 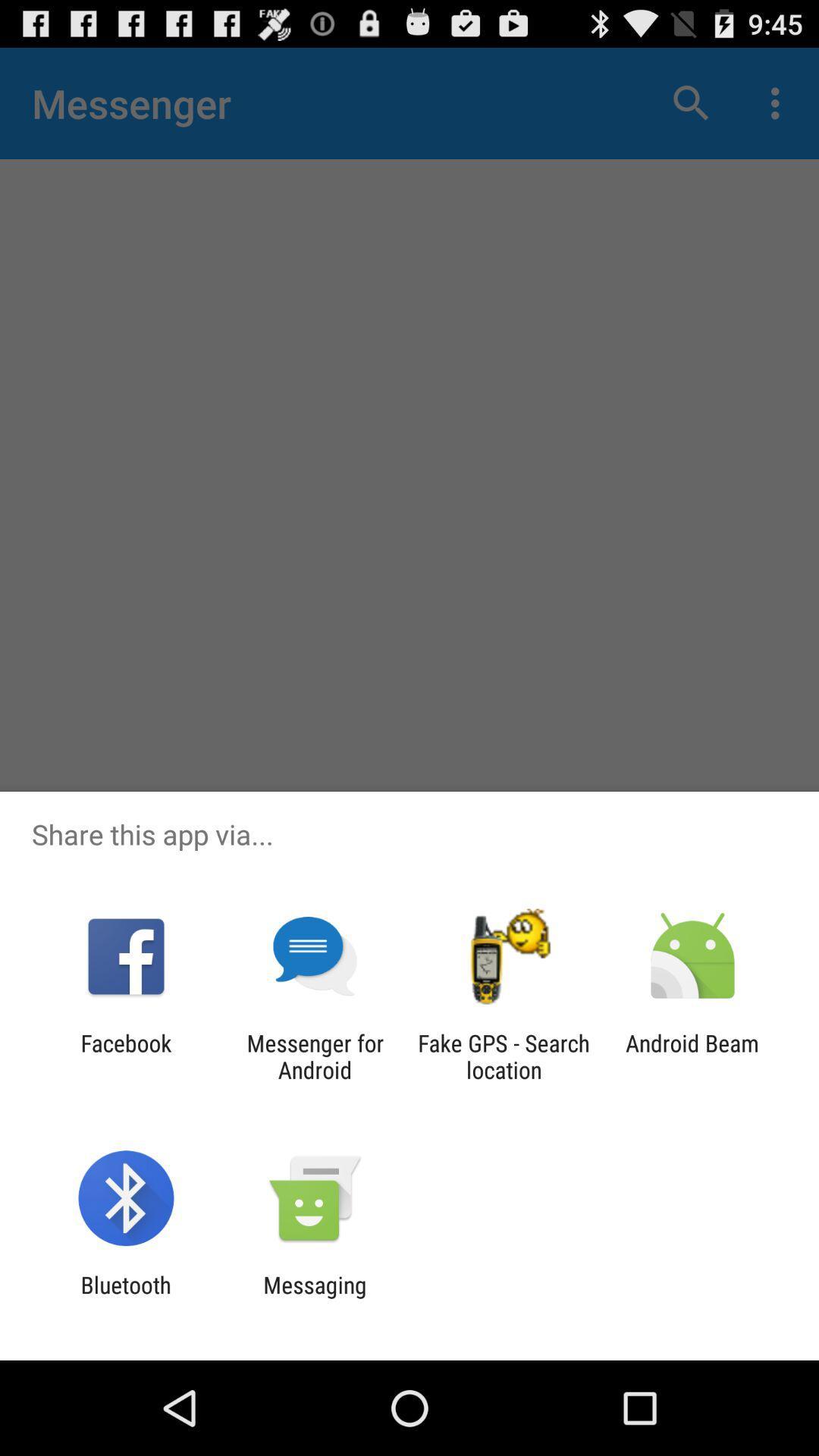 I want to click on app next to the fake gps search app, so click(x=692, y=1056).